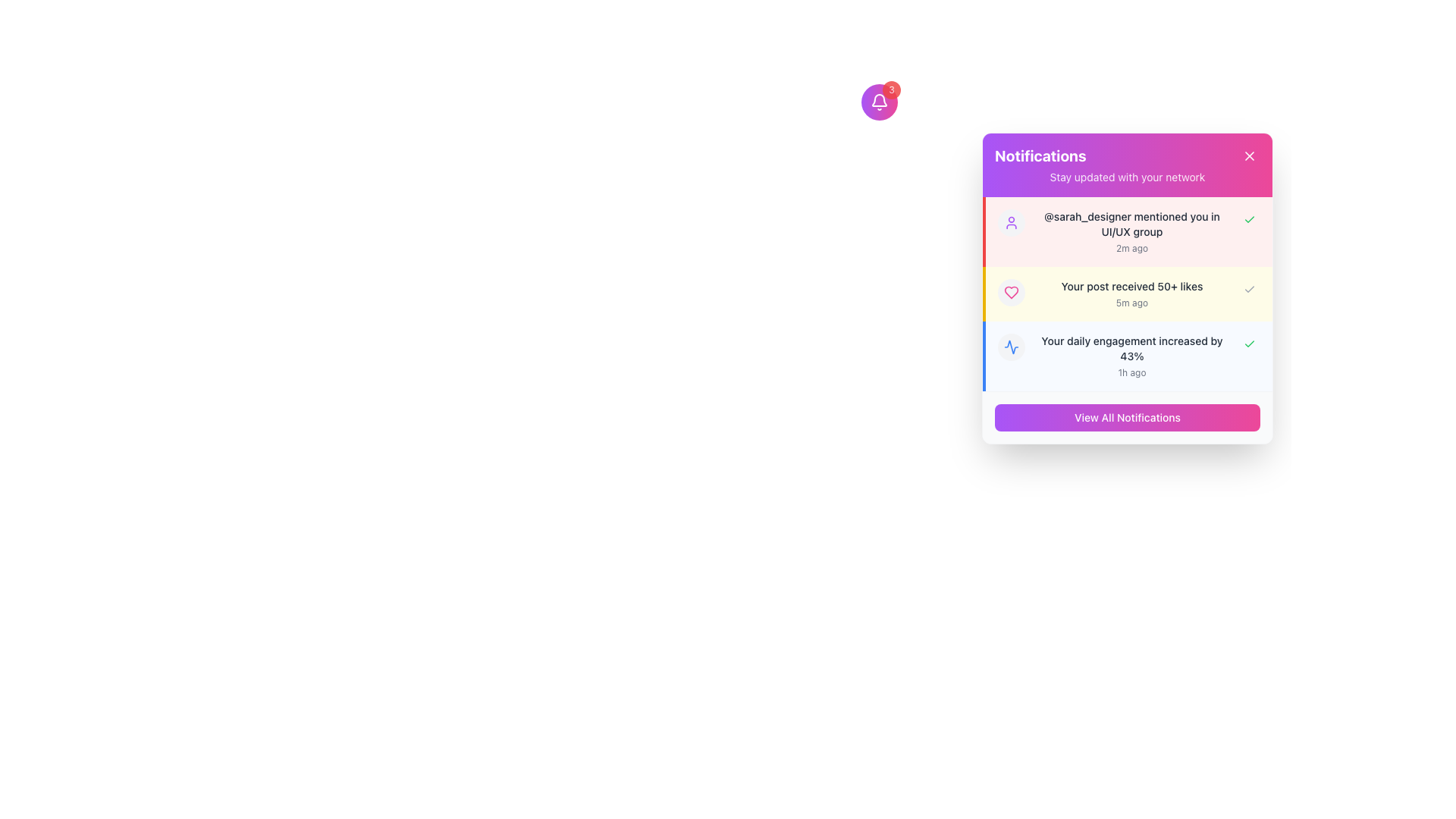  Describe the element at coordinates (891, 90) in the screenshot. I see `the notification count displayed on the notification badge located at the top-right corner of the bell icon button` at that location.